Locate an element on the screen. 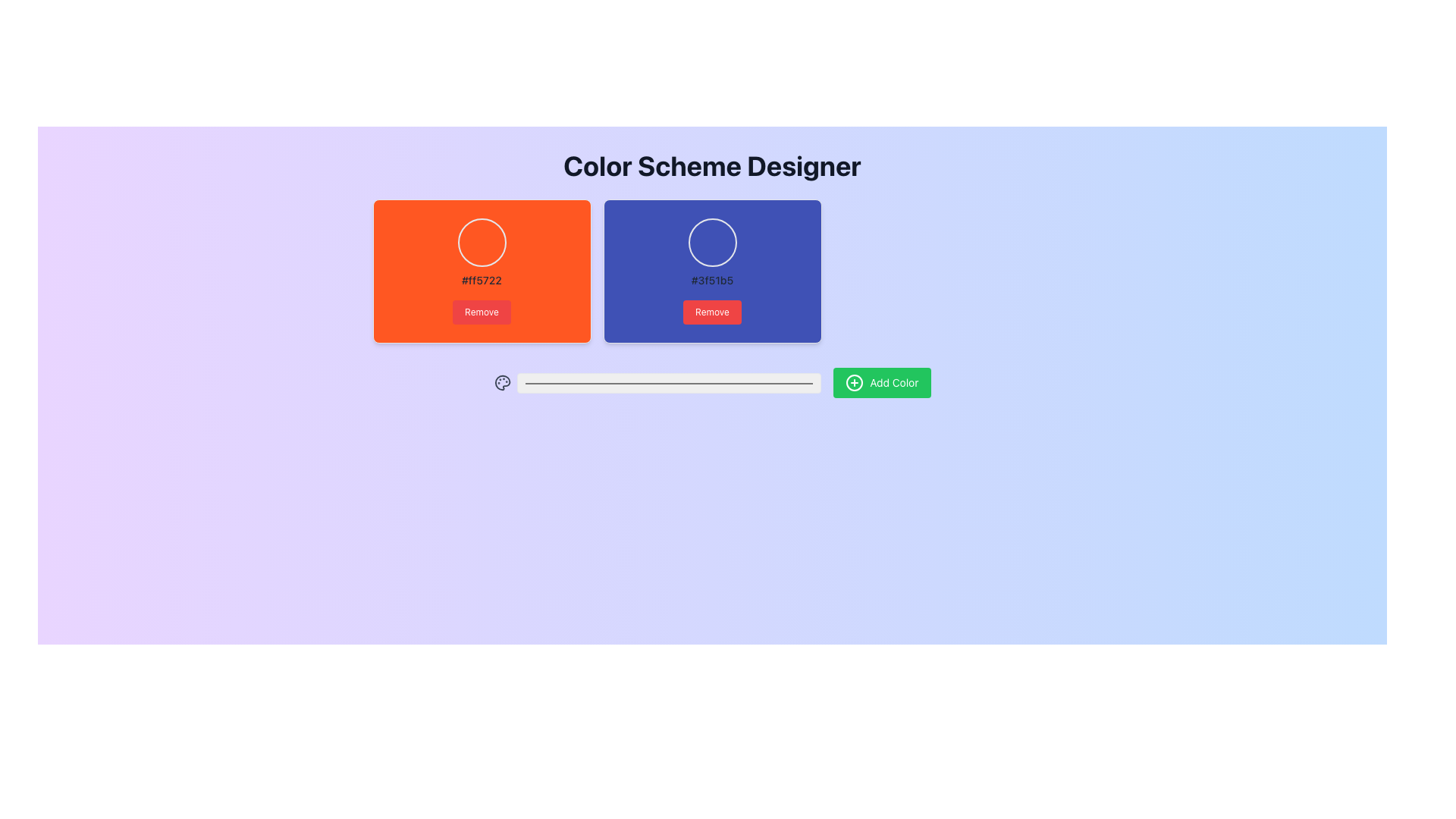 The width and height of the screenshot is (1456, 819). the circular SVG element that visually represents a button with a '+' symbol, located in the bottom-right area of the interface next to the 'Add Color' label is located at coordinates (855, 382).